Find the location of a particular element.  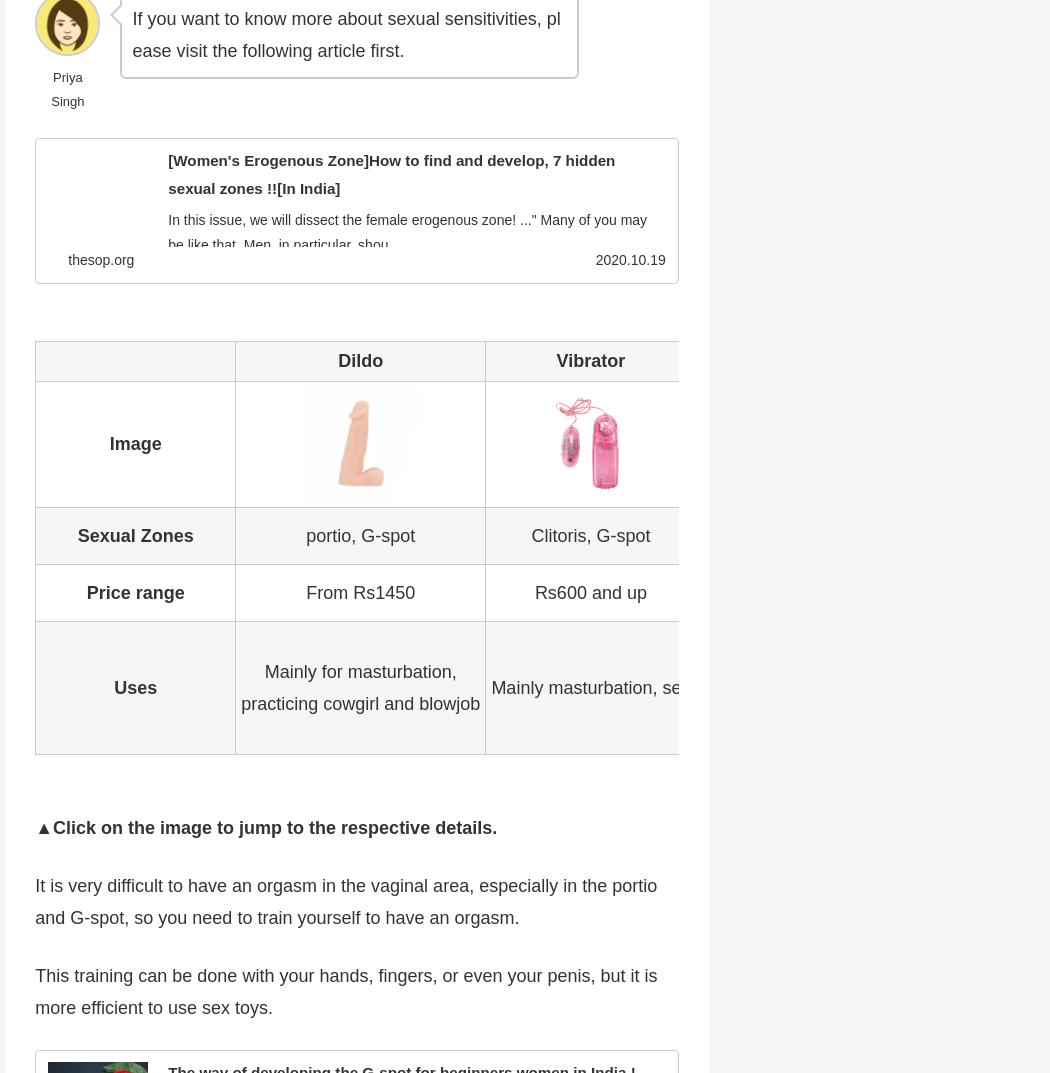

'Vibrator' is located at coordinates (589, 359).